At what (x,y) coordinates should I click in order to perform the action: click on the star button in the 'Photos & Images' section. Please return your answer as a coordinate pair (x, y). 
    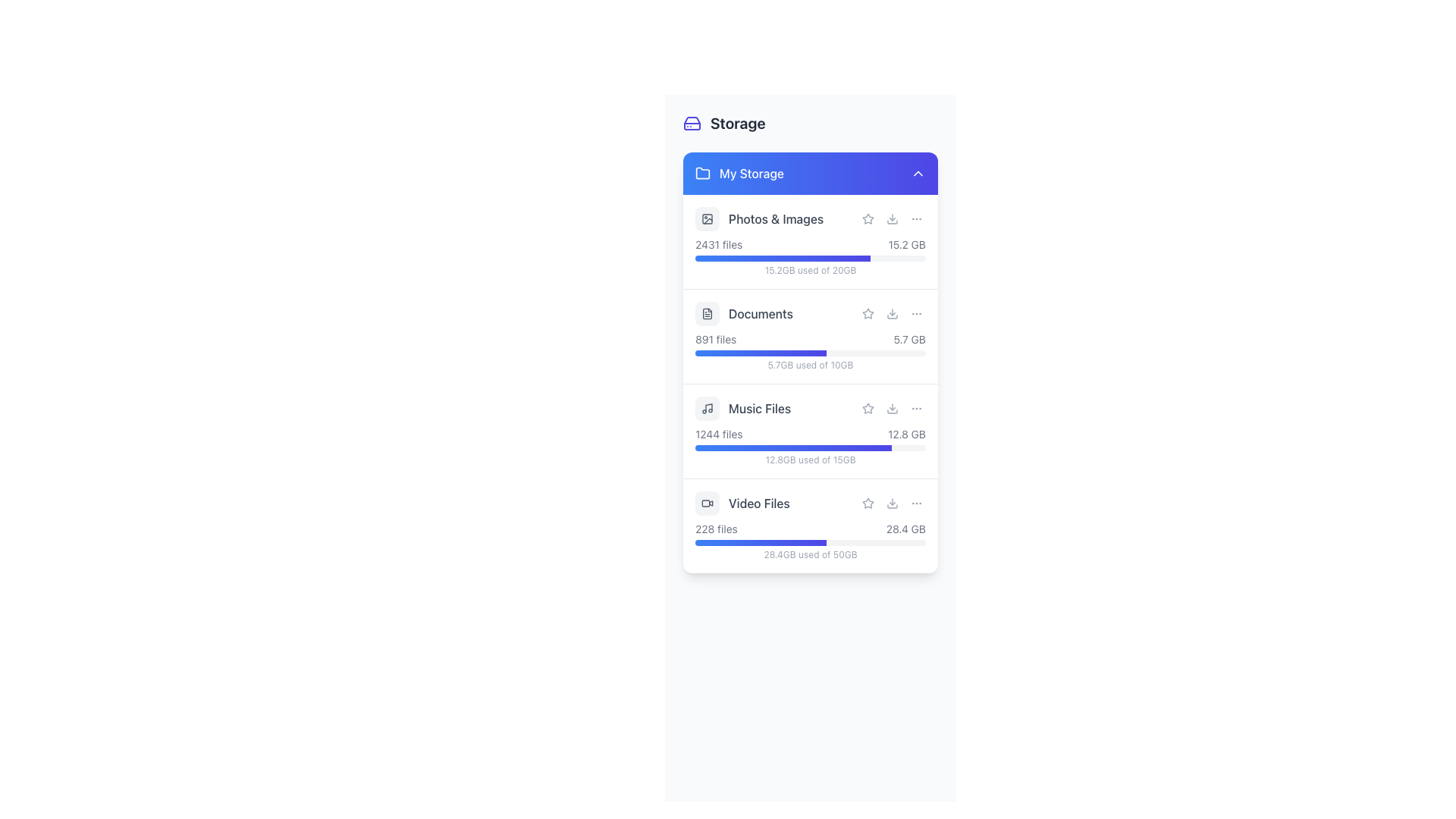
    Looking at the image, I should click on (868, 219).